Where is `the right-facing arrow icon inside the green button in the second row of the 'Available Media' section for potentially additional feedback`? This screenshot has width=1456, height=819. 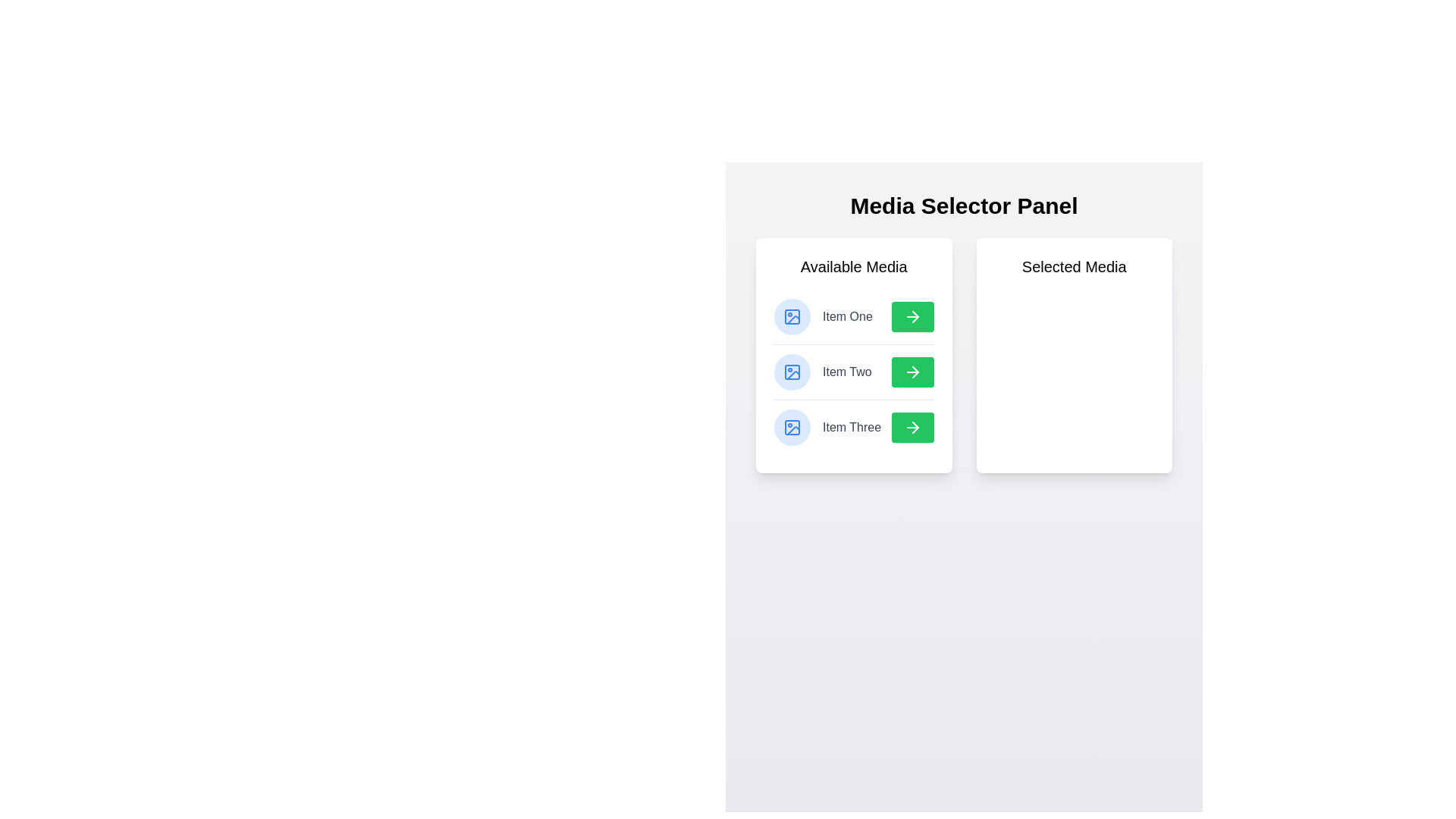
the right-facing arrow icon inside the green button in the second row of the 'Available Media' section for potentially additional feedback is located at coordinates (914, 372).